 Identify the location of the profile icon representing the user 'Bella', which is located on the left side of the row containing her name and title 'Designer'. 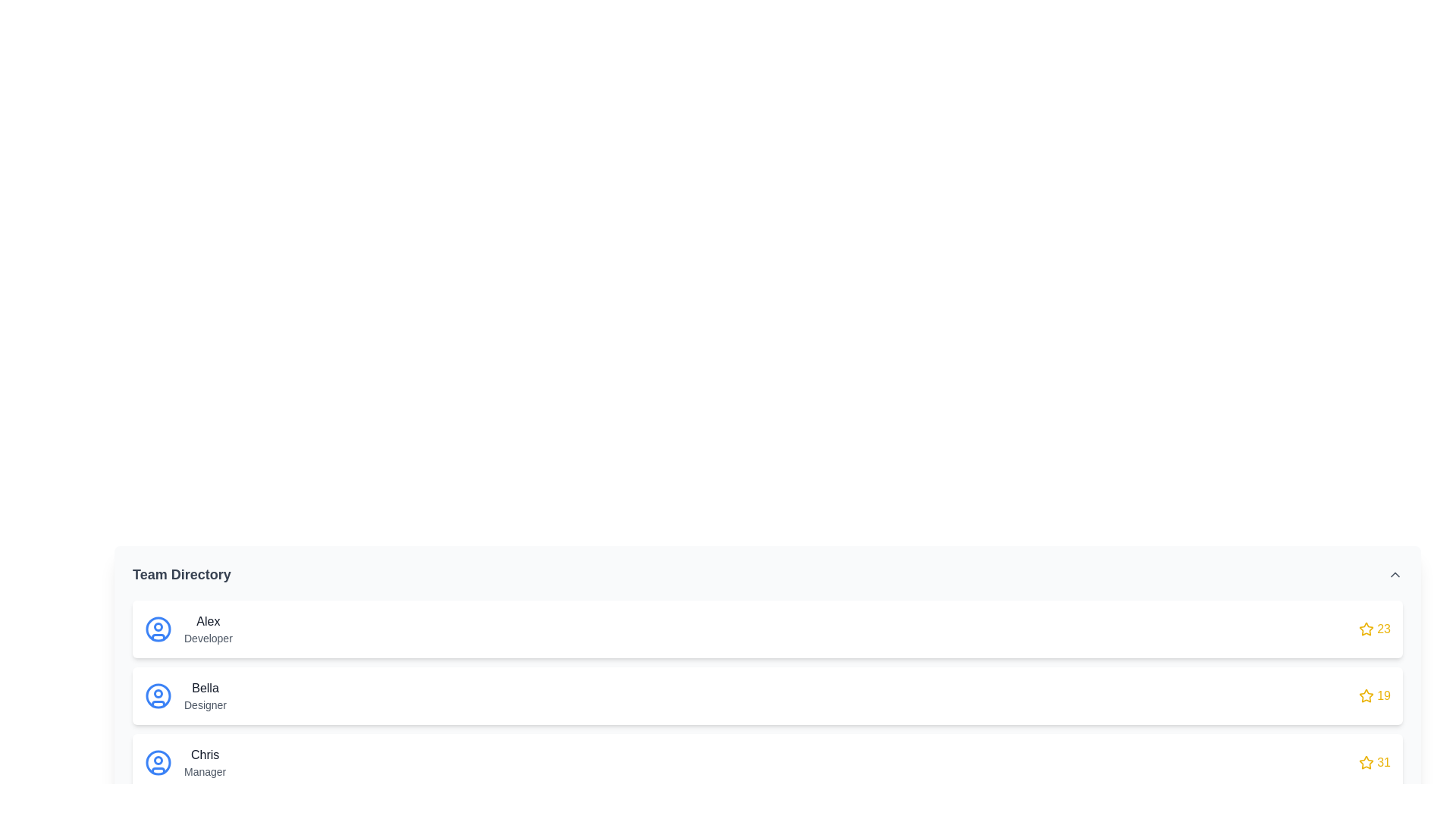
(158, 696).